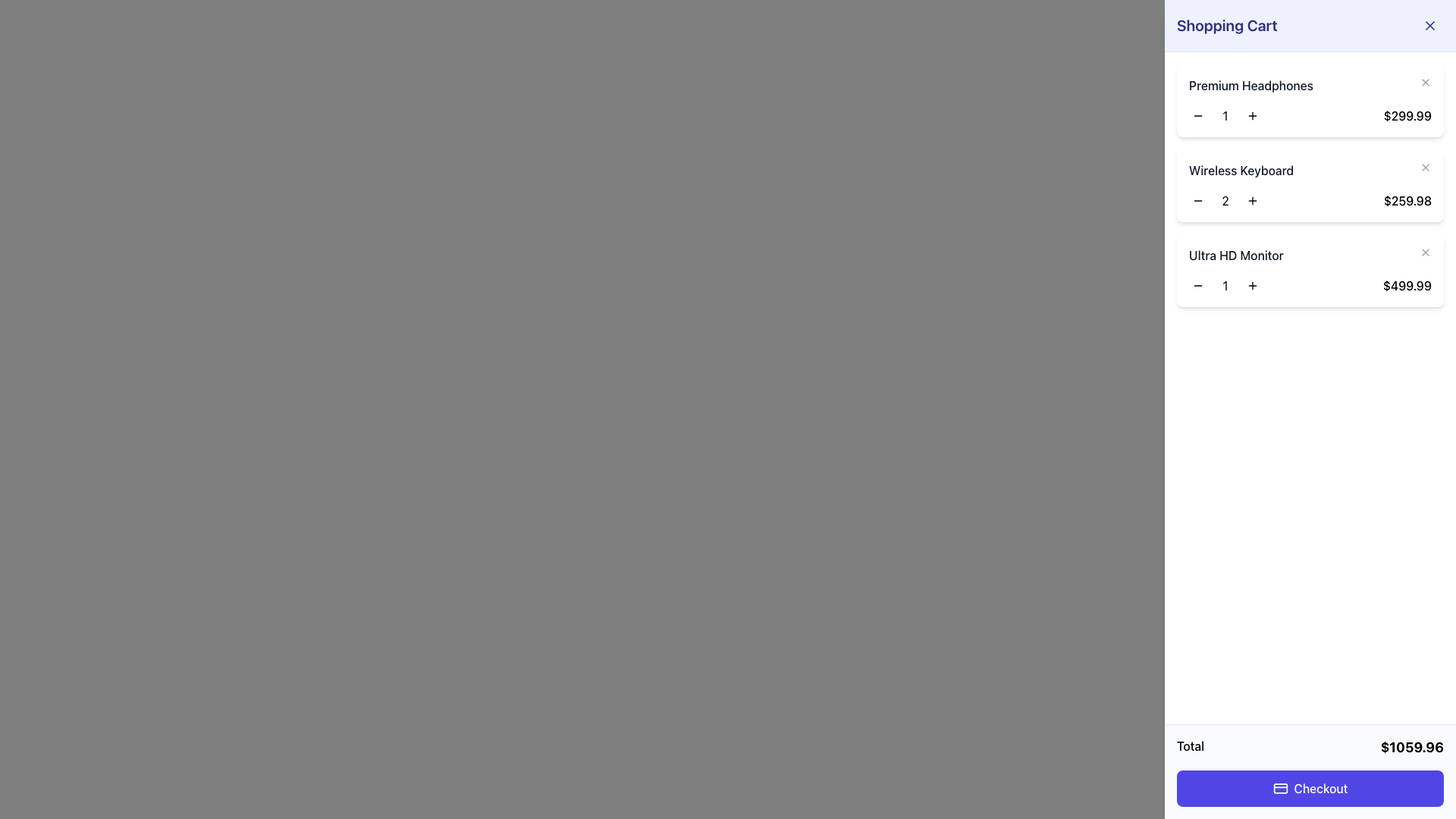  What do you see at coordinates (1252, 286) in the screenshot?
I see `the increment button for the 'Ultra HD Monitor' in the shopping cart` at bounding box center [1252, 286].